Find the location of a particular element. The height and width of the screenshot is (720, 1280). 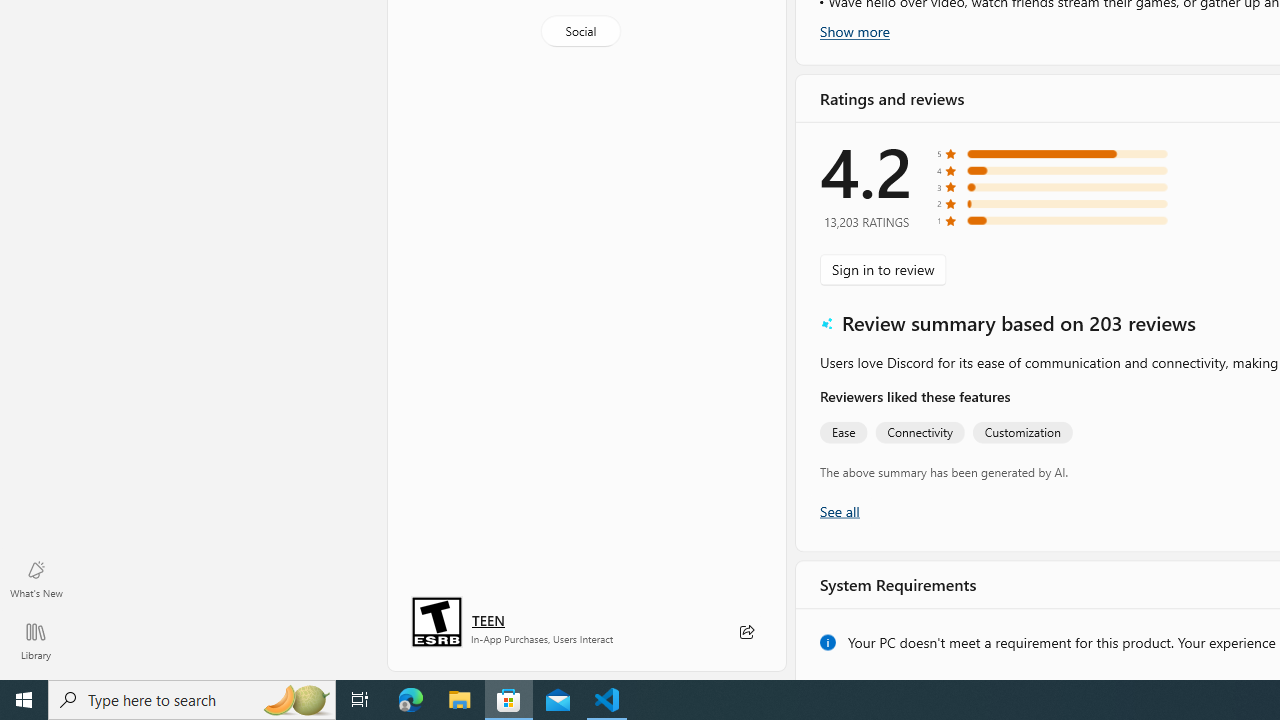

'Library' is located at coordinates (35, 640).